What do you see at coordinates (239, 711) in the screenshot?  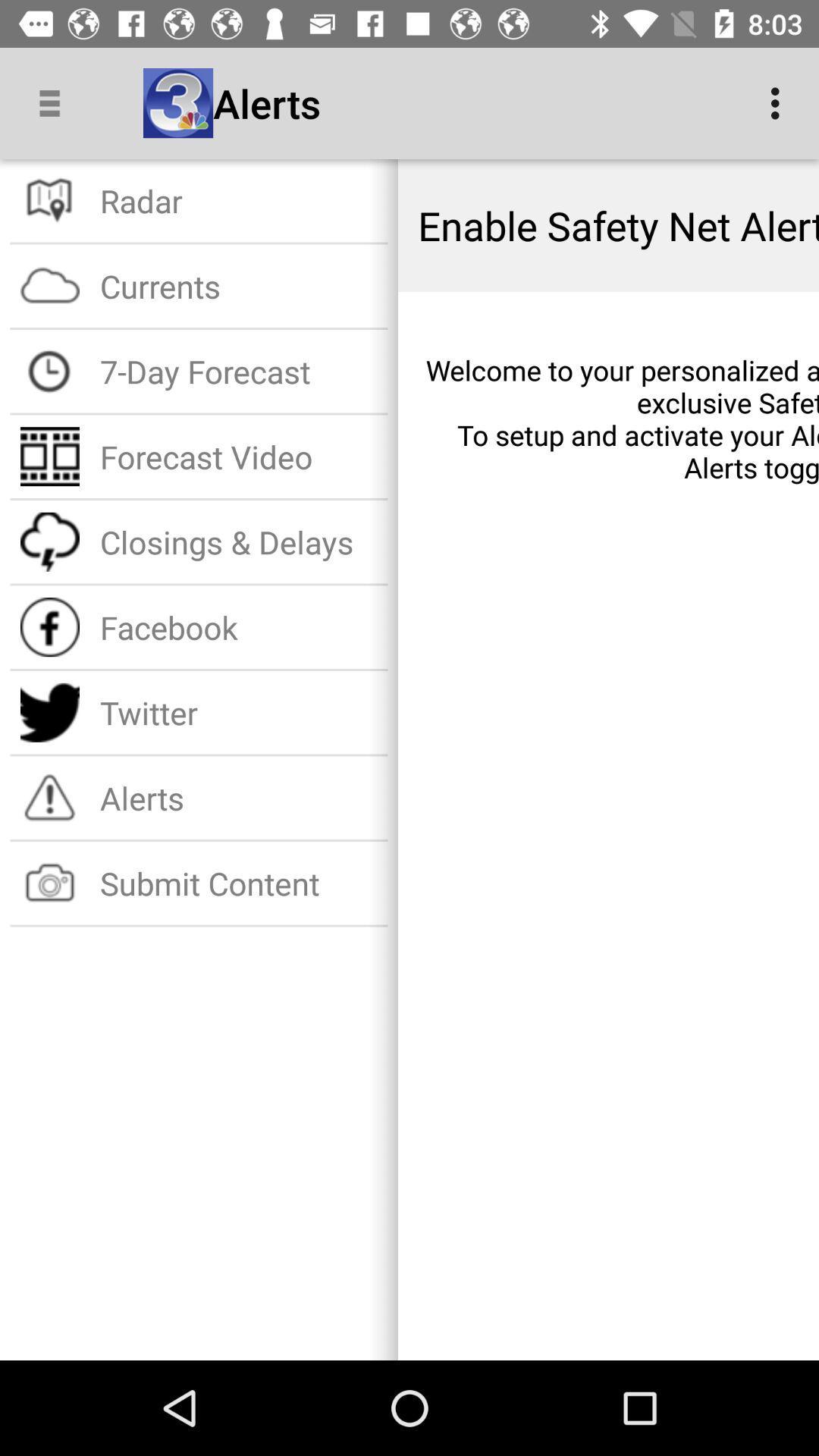 I see `the twitter icon` at bounding box center [239, 711].